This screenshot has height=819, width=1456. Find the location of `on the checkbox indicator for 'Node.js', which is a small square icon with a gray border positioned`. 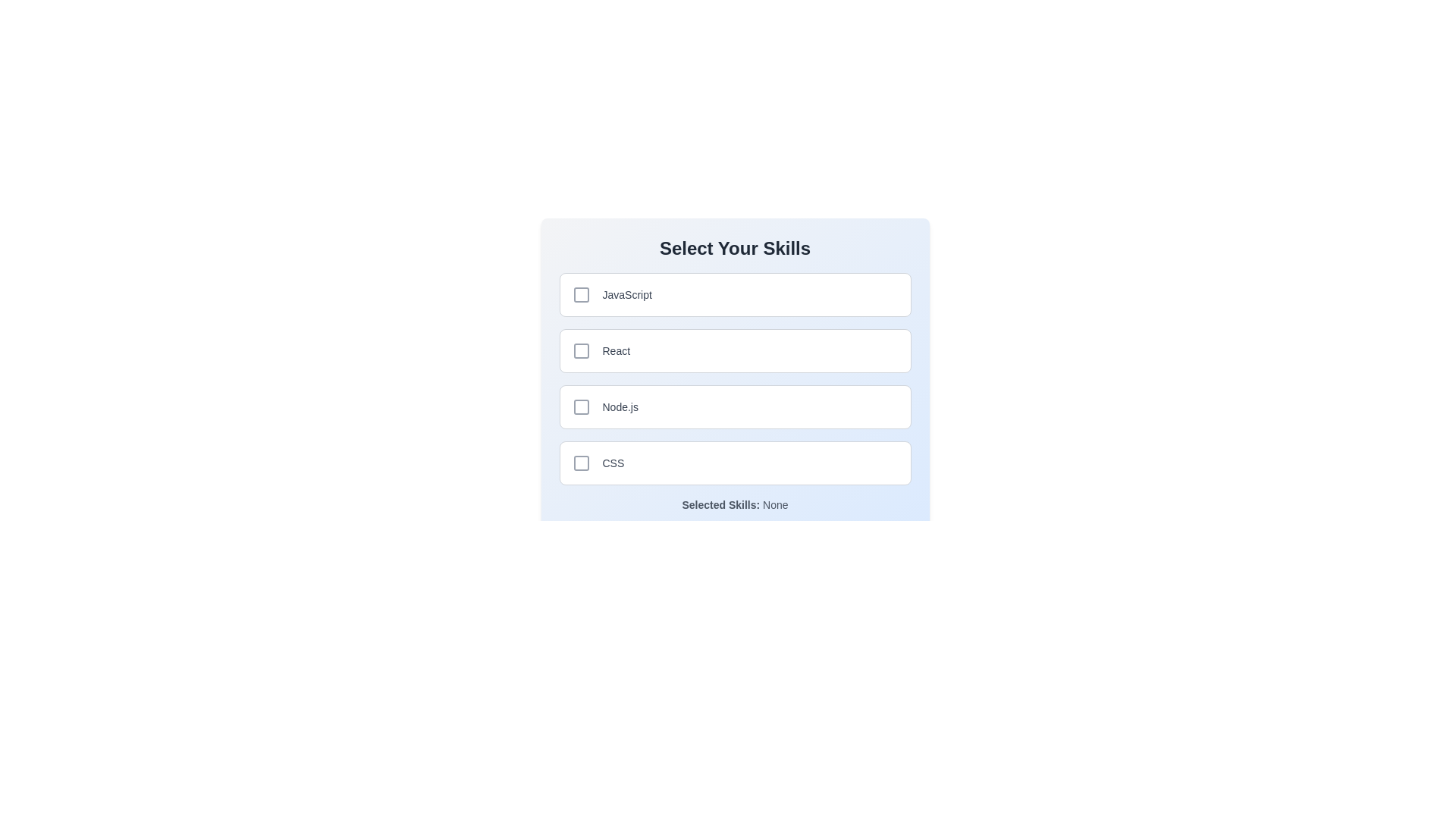

on the checkbox indicator for 'Node.js', which is a small square icon with a gray border positioned is located at coordinates (580, 406).